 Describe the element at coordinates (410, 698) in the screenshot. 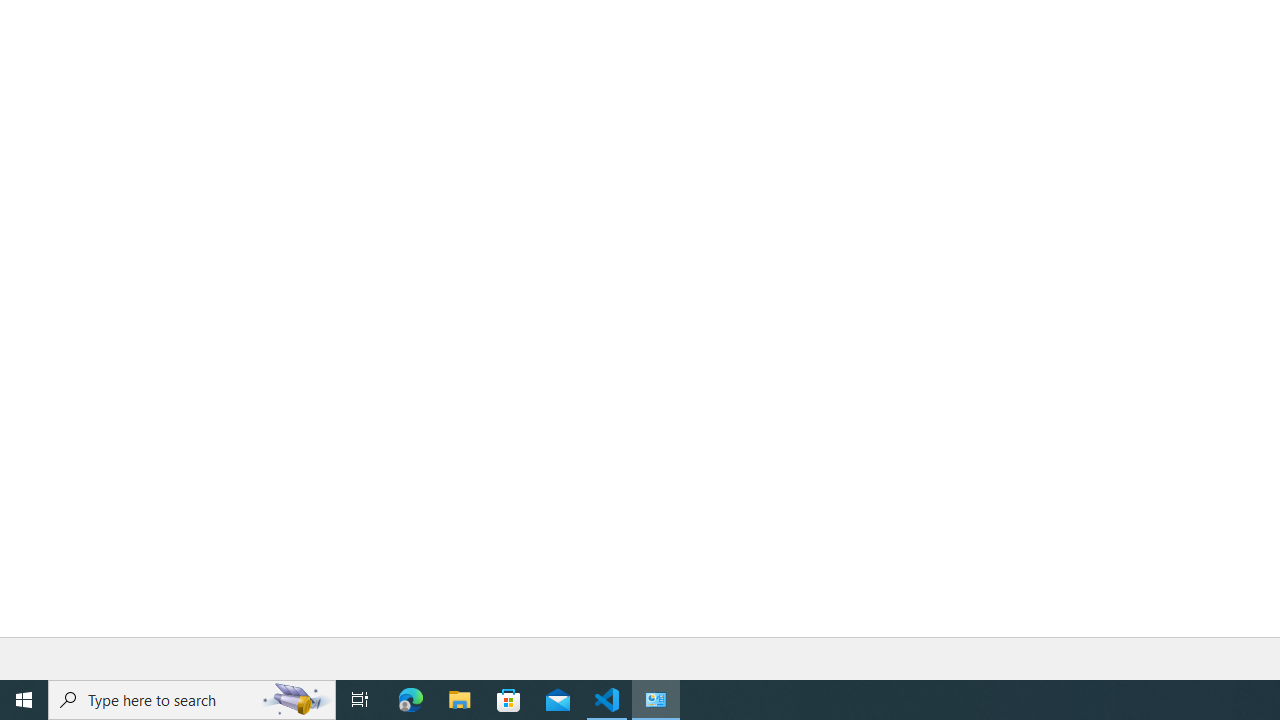

I see `'Microsoft Edge'` at that location.